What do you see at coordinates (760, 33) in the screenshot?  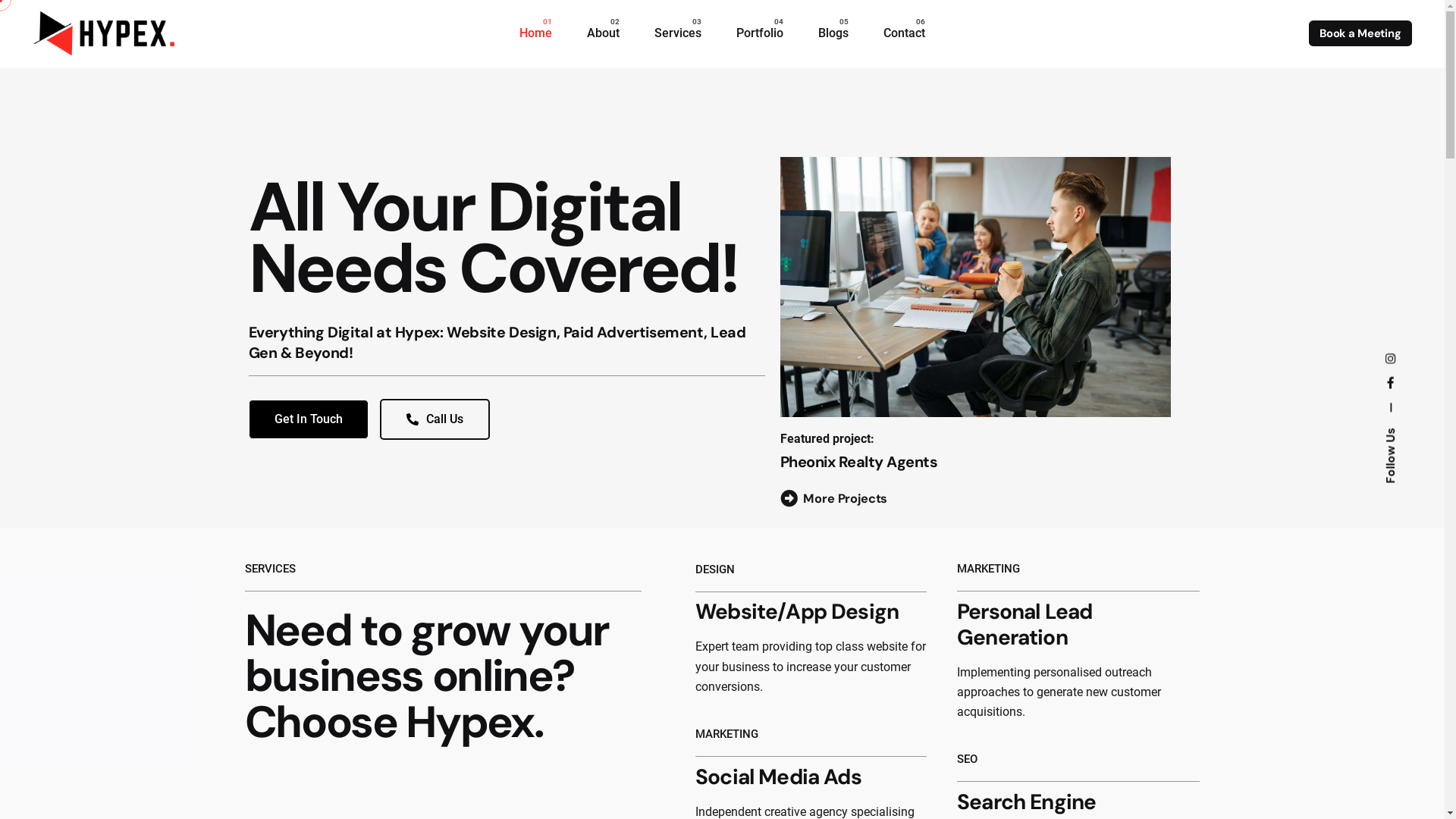 I see `'Portfolio'` at bounding box center [760, 33].